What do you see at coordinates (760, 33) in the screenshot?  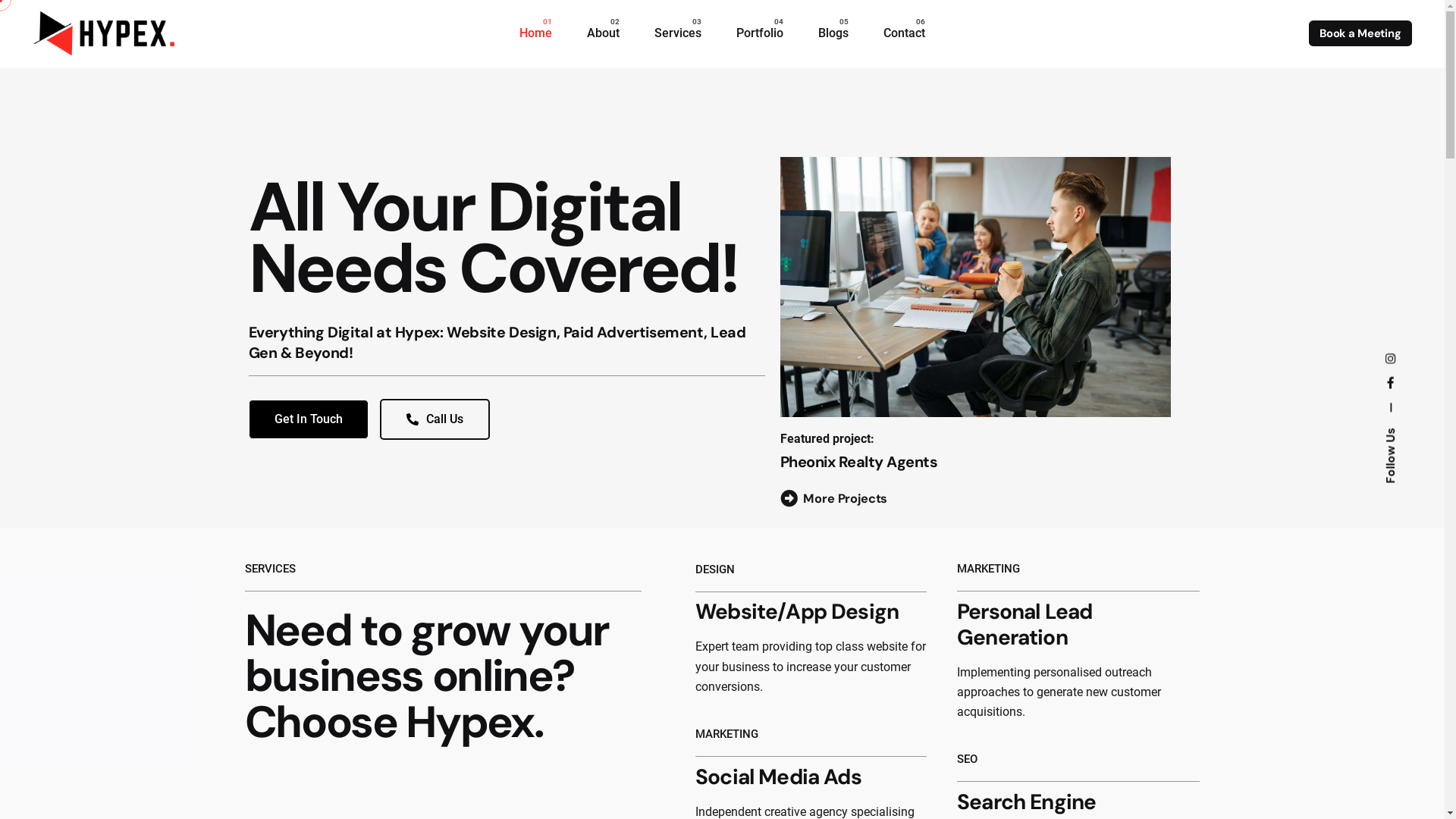 I see `'Portfolio'` at bounding box center [760, 33].